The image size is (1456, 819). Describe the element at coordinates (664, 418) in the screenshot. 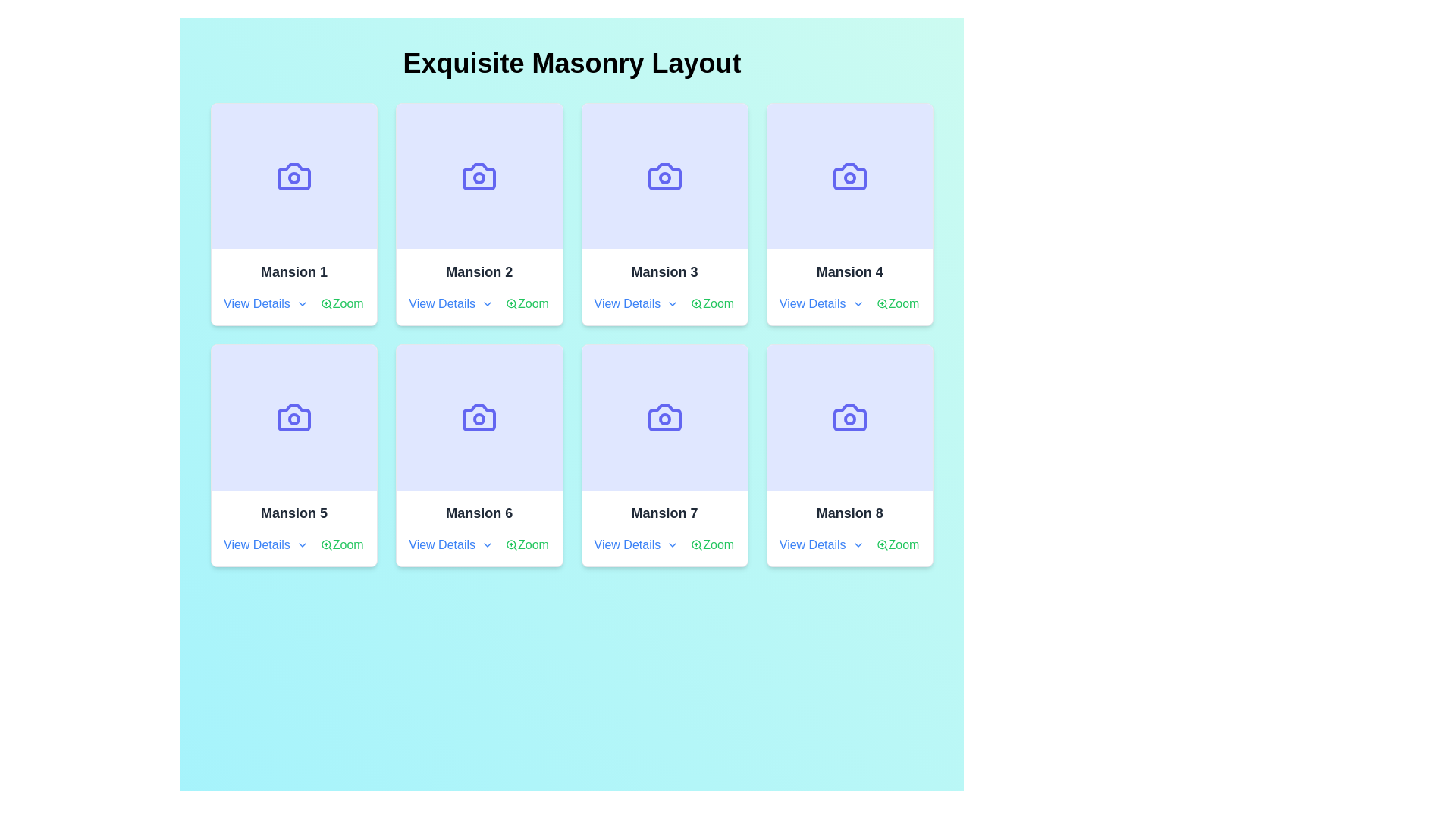

I see `the camera icon in the light indigo rectangular background of the 'Mansion 7' card, located in the second row, third column of the grid layout` at that location.